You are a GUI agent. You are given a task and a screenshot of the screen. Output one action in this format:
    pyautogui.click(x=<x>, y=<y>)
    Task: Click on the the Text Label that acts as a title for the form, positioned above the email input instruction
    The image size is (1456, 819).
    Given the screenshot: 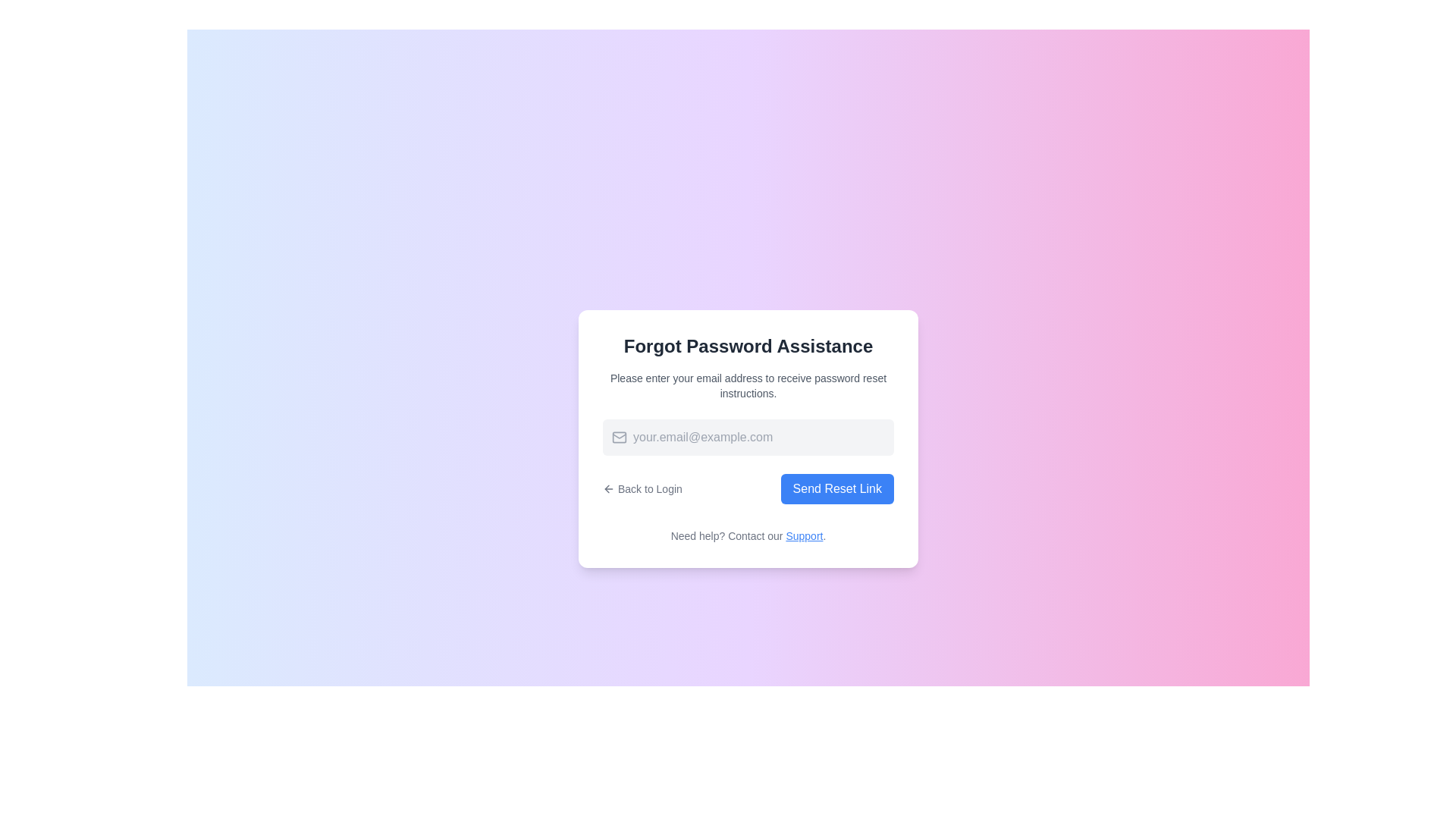 What is the action you would take?
    pyautogui.click(x=748, y=346)
    